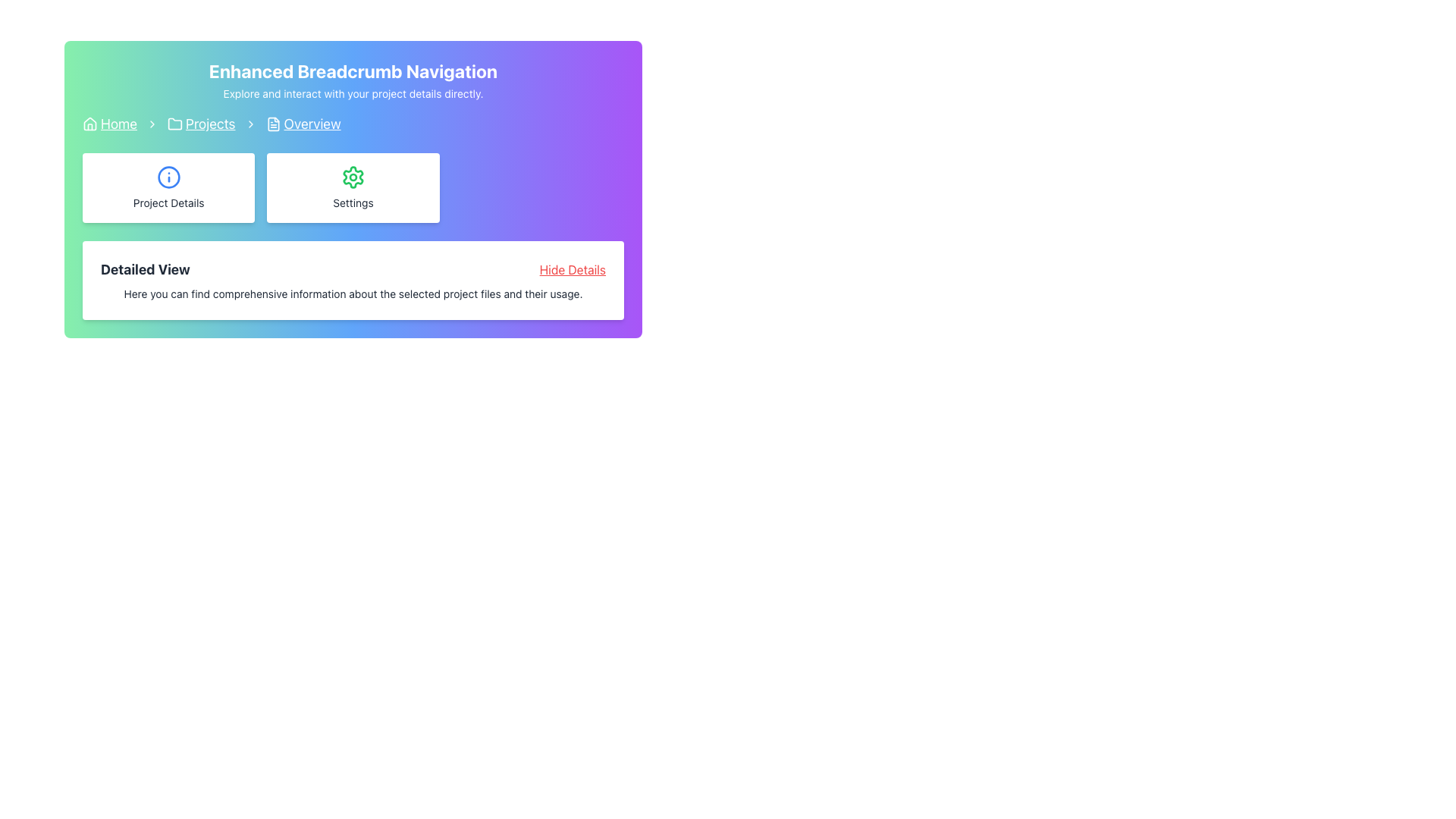 Image resolution: width=1456 pixels, height=819 pixels. What do you see at coordinates (118, 124) in the screenshot?
I see `the interactive text link labeled 'Home' in the breadcrumb navigation` at bounding box center [118, 124].